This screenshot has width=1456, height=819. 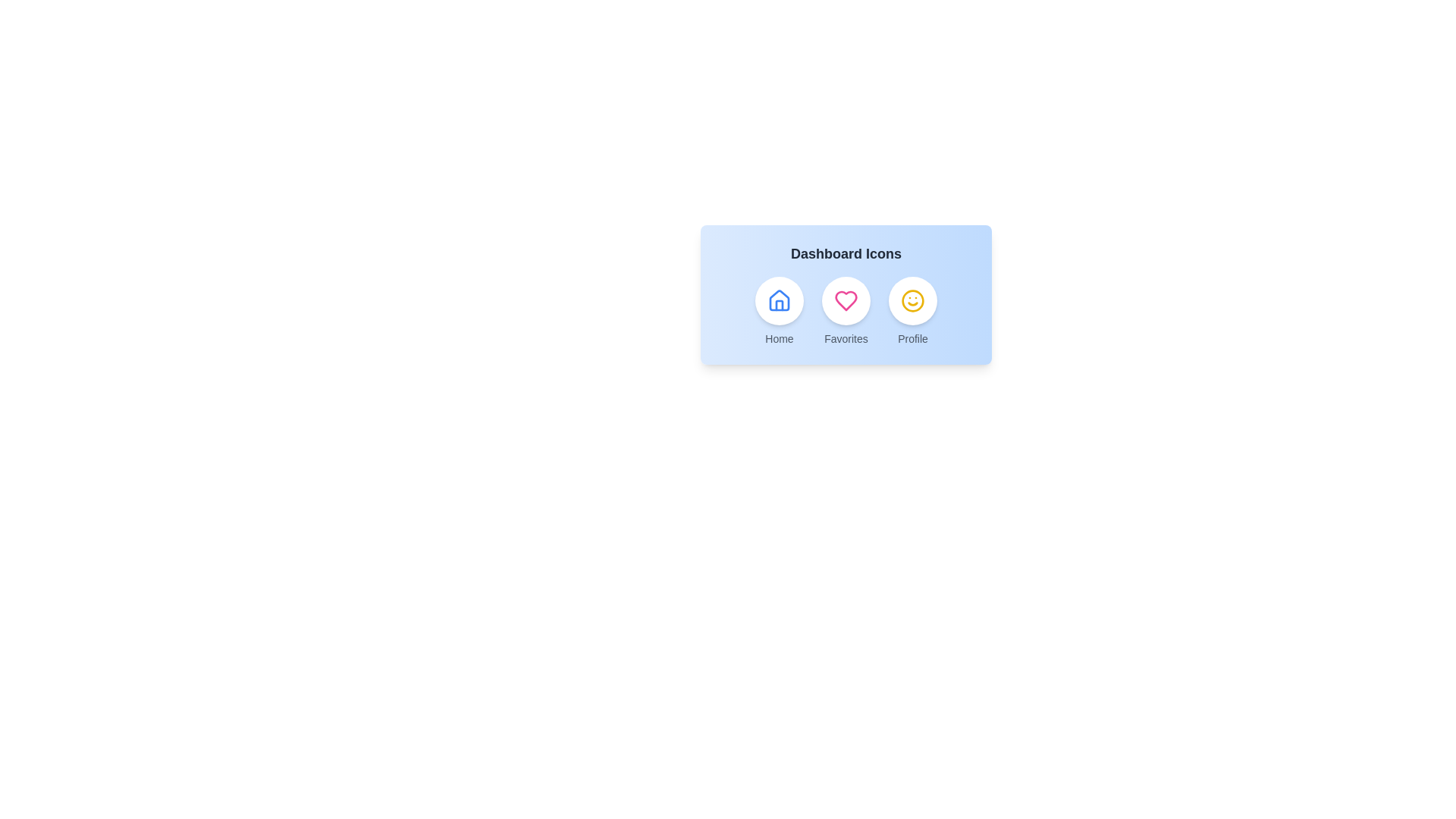 I want to click on the 'Profile' icon, which is the third circular icon in a horizontal row of three icons, so click(x=912, y=301).